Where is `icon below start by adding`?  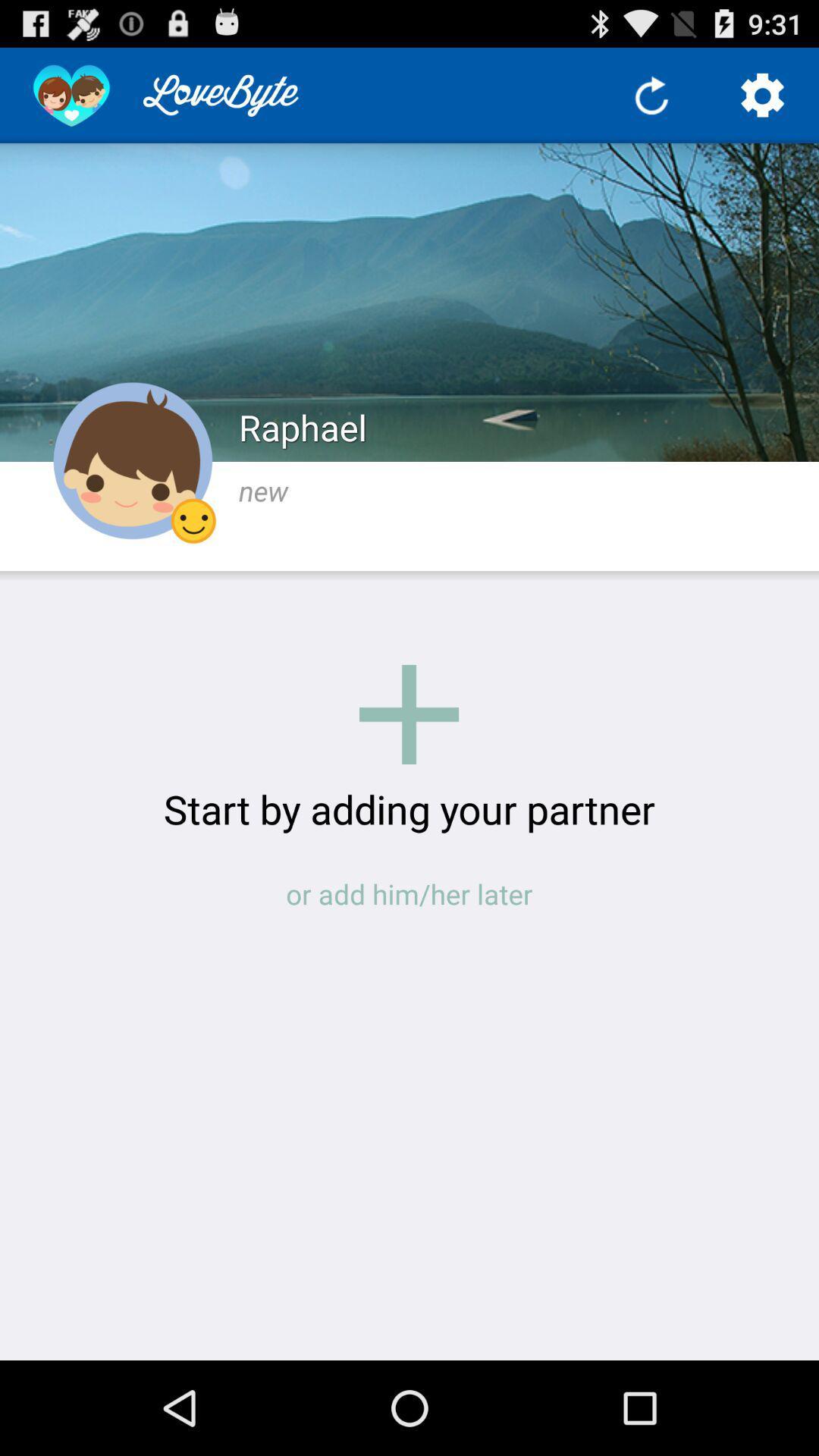
icon below start by adding is located at coordinates (409, 894).